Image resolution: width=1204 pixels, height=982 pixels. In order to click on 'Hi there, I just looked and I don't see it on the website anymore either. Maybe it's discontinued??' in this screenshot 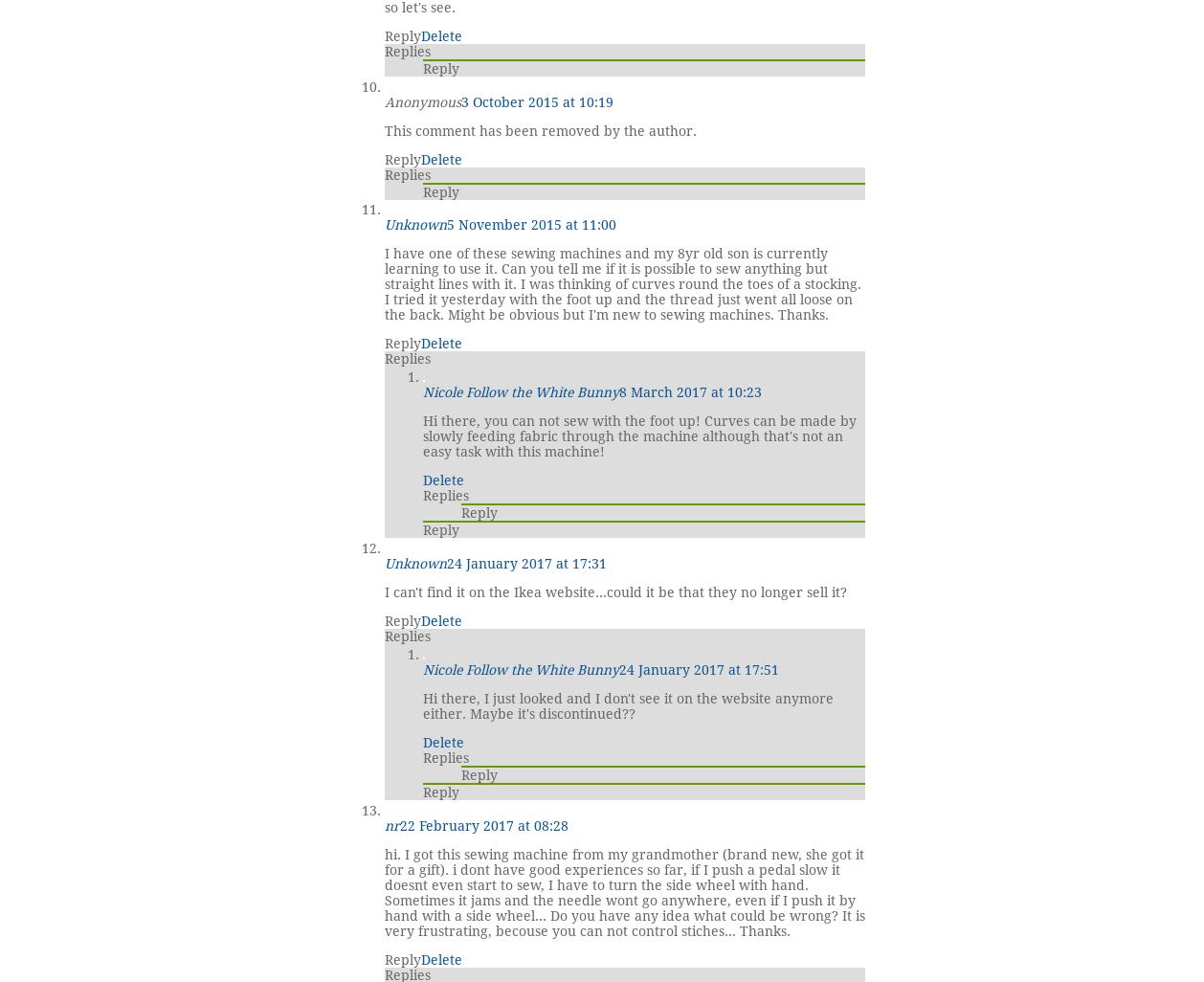, I will do `click(422, 704)`.